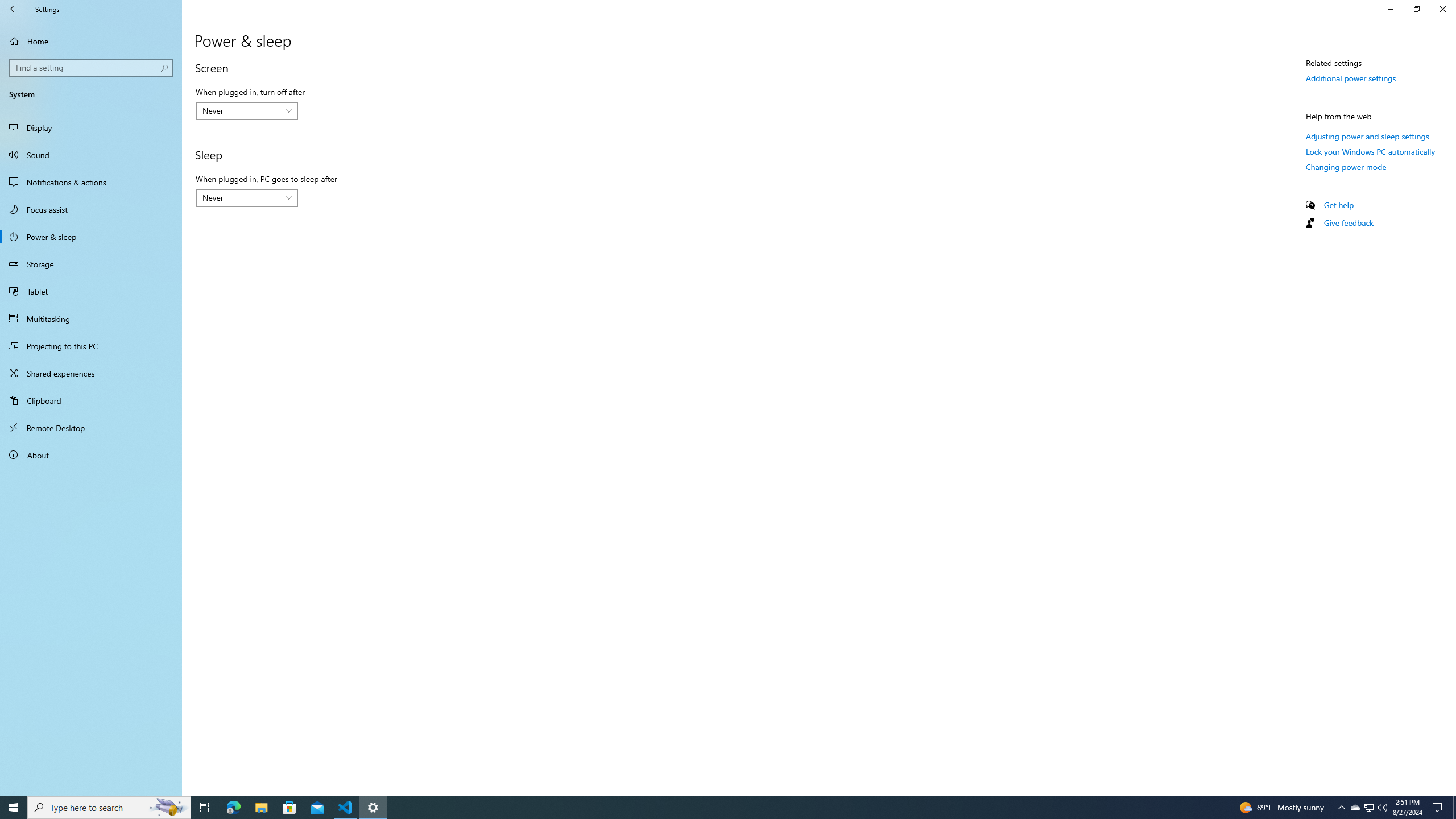 This screenshot has width=1456, height=819. What do you see at coordinates (90, 346) in the screenshot?
I see `'Projecting to this PC'` at bounding box center [90, 346].